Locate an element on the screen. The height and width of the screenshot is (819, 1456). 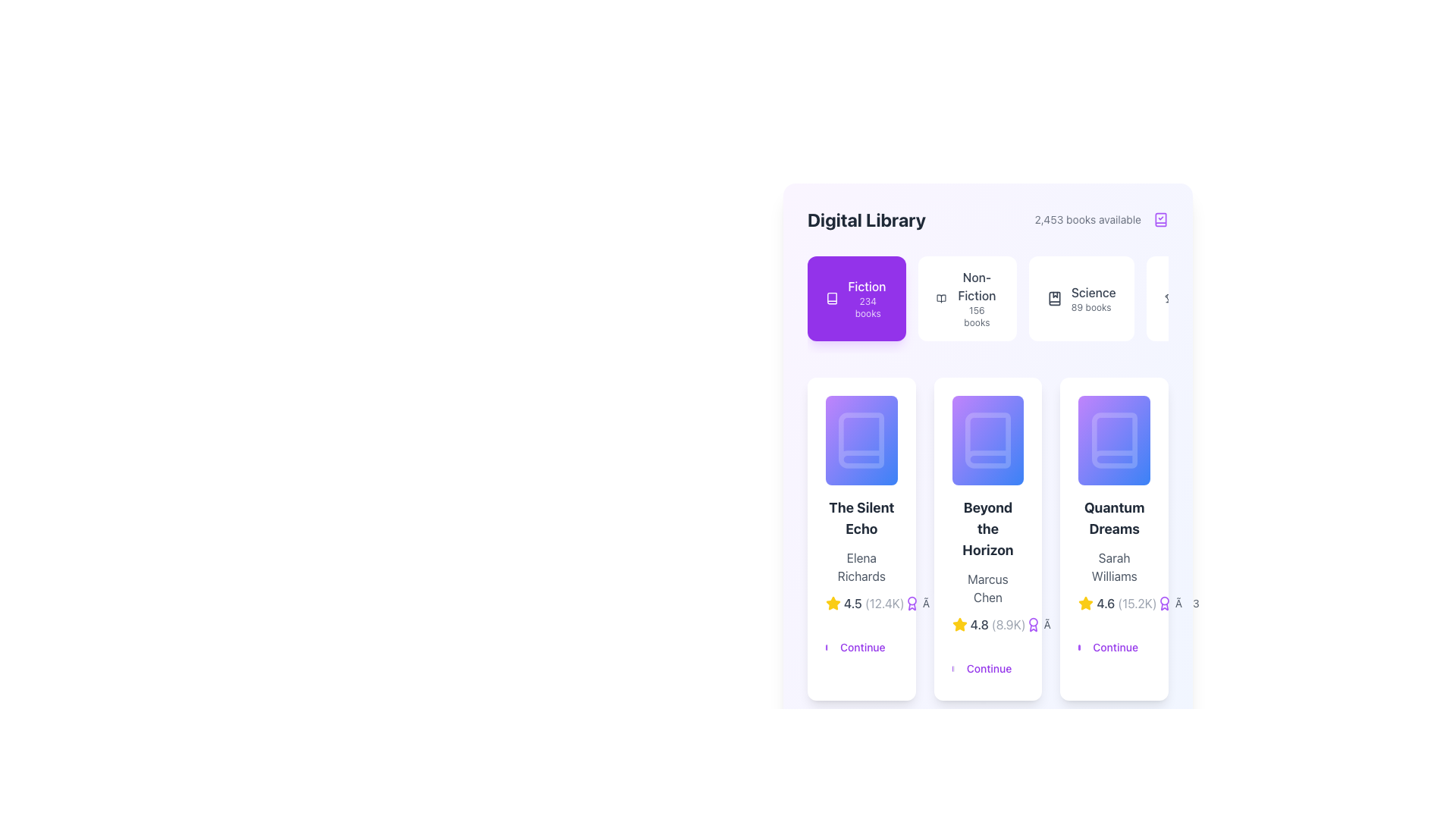
the text element displaying the name 'Sarah Williams', which is styled in gray and located beneath the title 'Quantum Dreams' is located at coordinates (1114, 567).